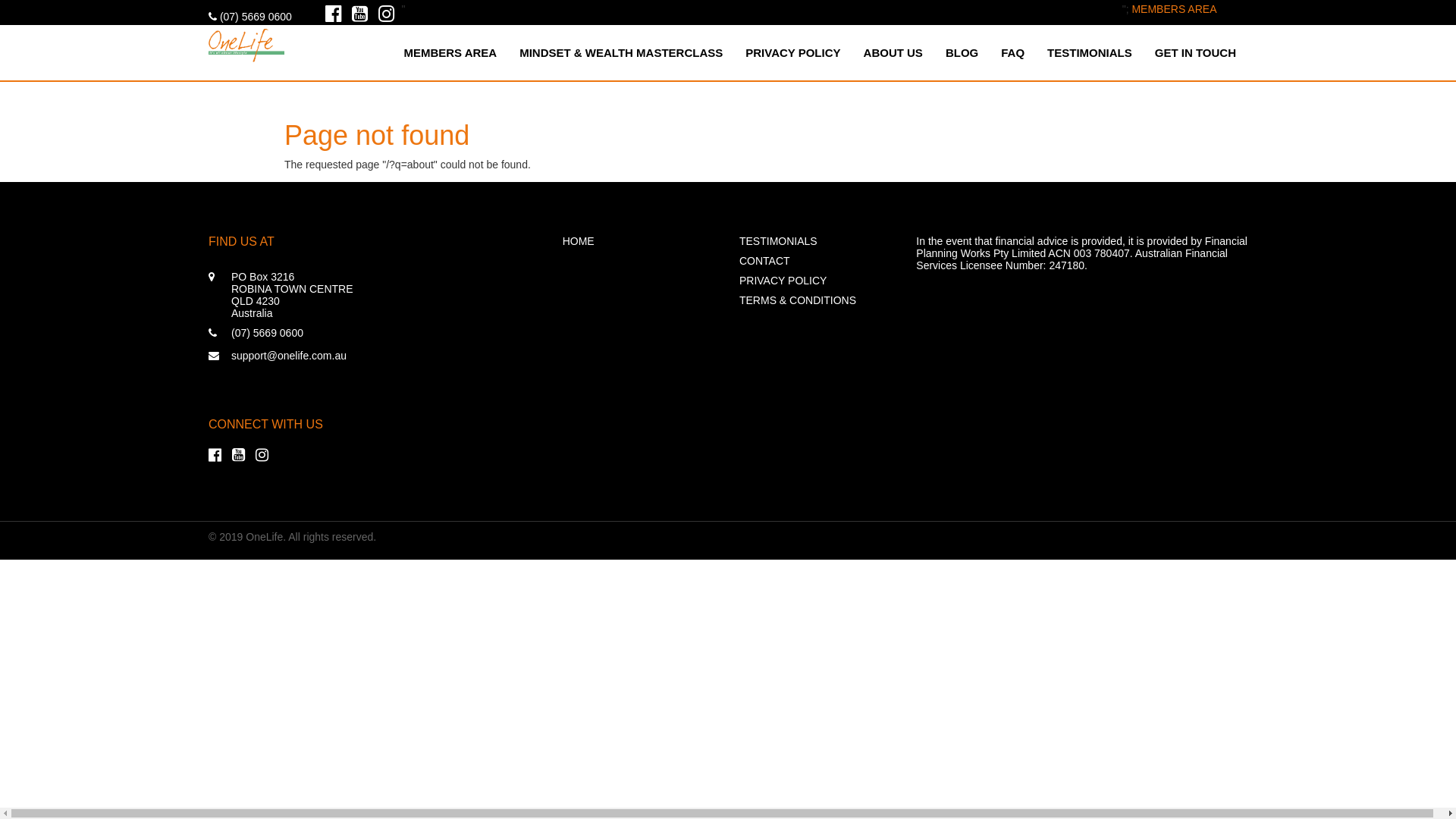  Describe the element at coordinates (961, 52) in the screenshot. I see `'BLOG'` at that location.